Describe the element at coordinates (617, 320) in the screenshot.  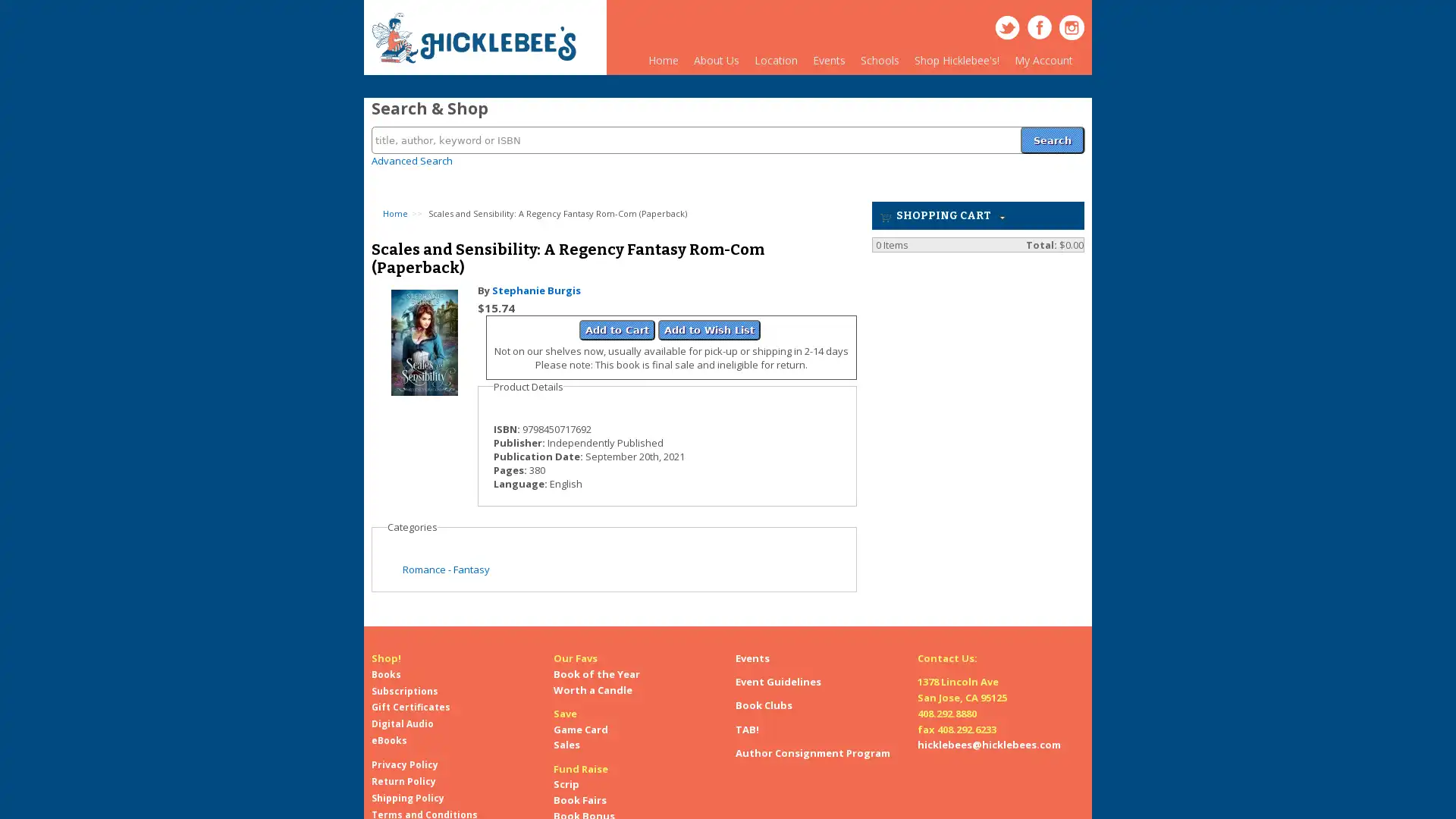
I see `Add to Cart` at that location.